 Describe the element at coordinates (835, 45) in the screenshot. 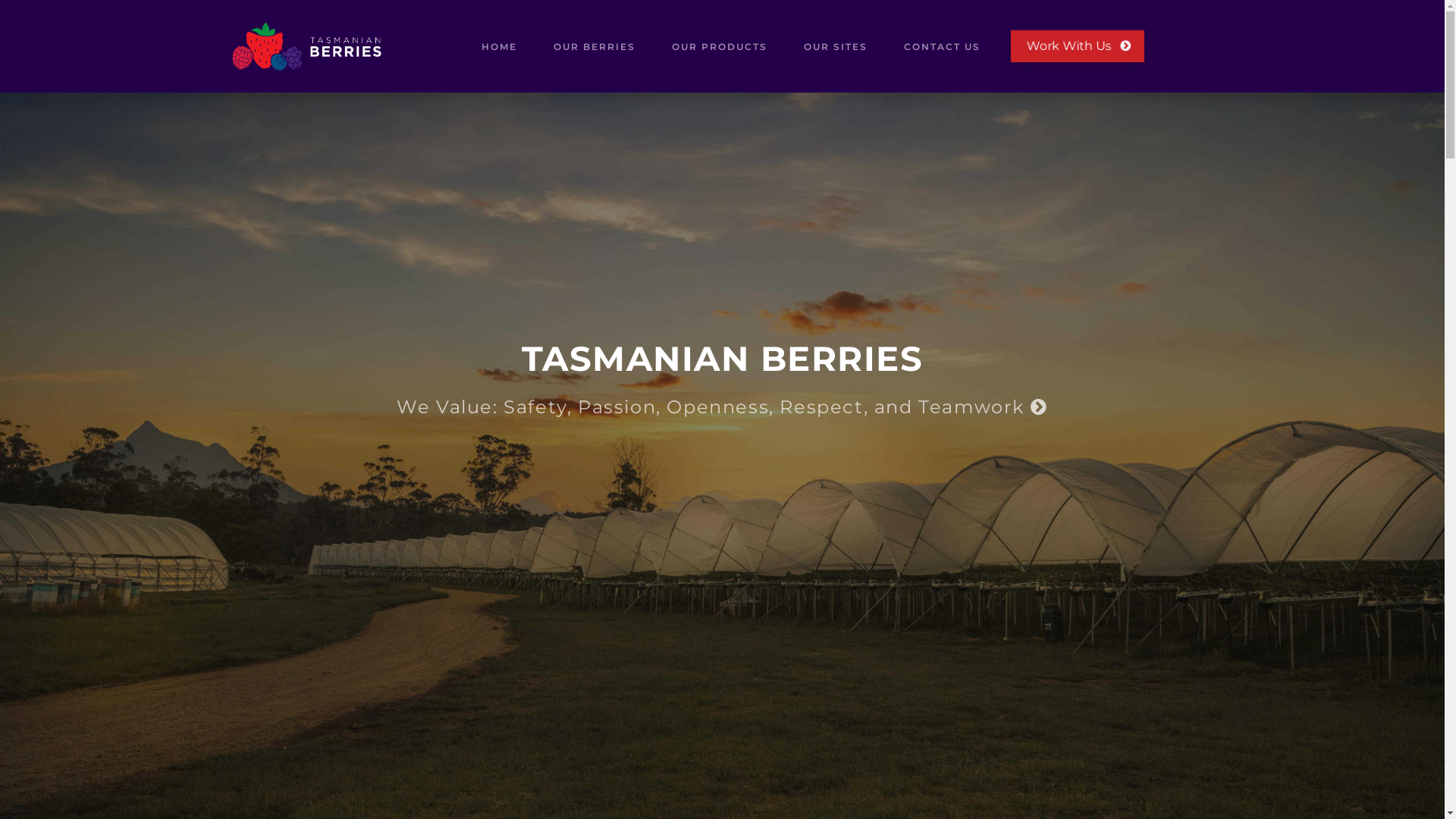

I see `'OUR SITES'` at that location.